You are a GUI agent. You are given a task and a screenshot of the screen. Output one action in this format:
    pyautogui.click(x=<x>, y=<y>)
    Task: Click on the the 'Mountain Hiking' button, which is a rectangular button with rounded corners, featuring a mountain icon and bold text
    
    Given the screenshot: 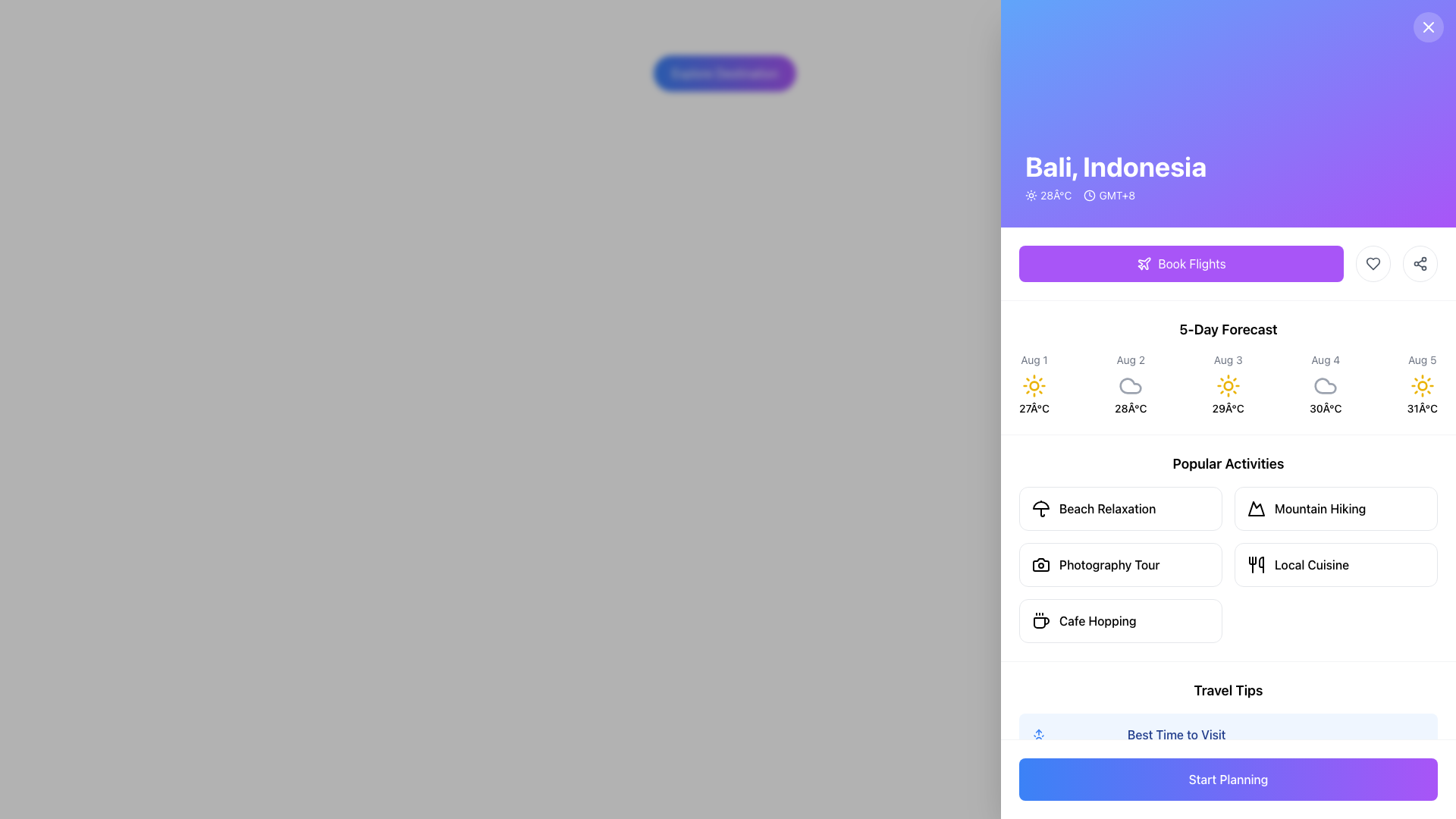 What is the action you would take?
    pyautogui.click(x=1335, y=509)
    